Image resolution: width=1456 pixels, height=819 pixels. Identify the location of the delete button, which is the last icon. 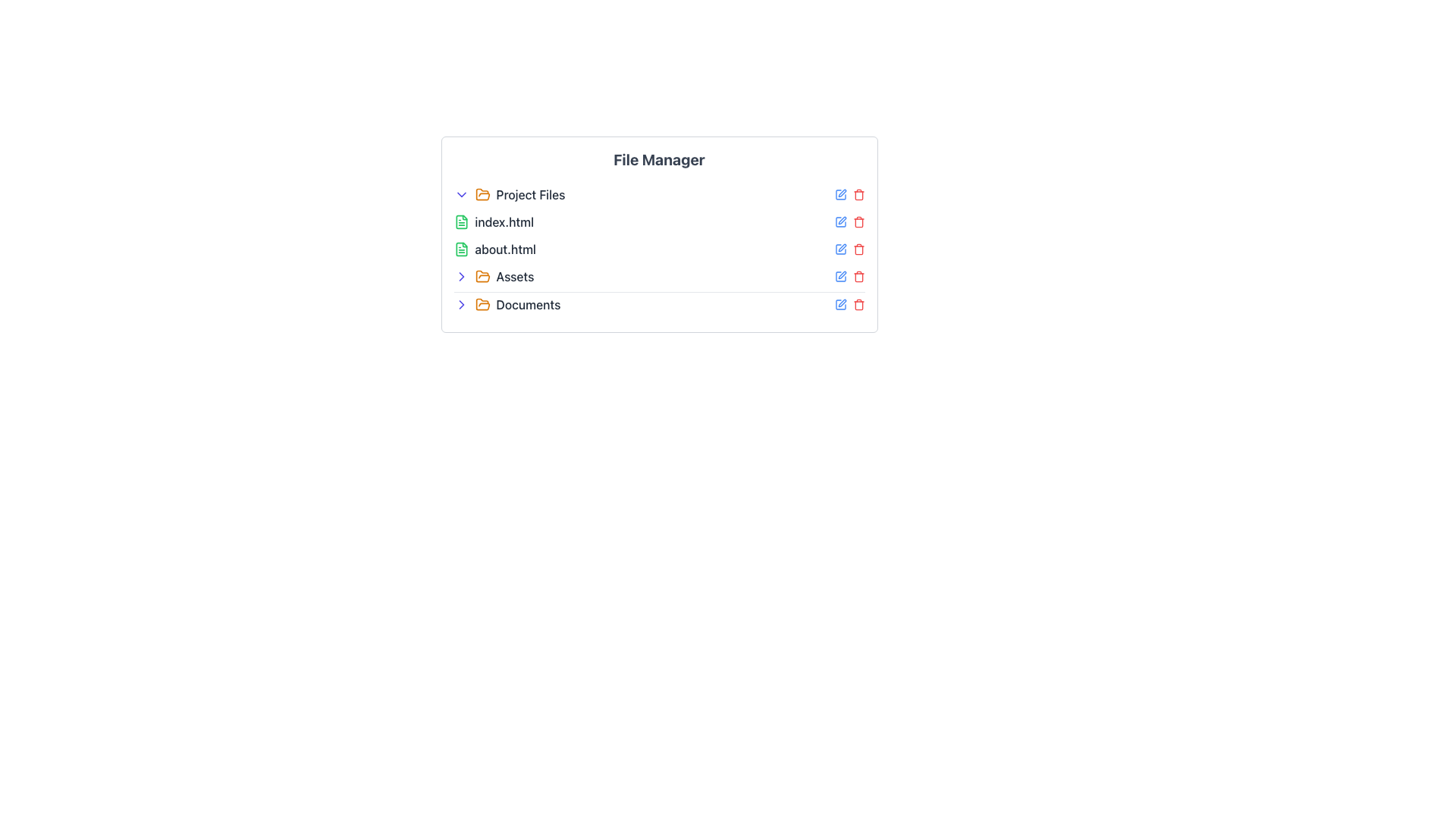
(858, 222).